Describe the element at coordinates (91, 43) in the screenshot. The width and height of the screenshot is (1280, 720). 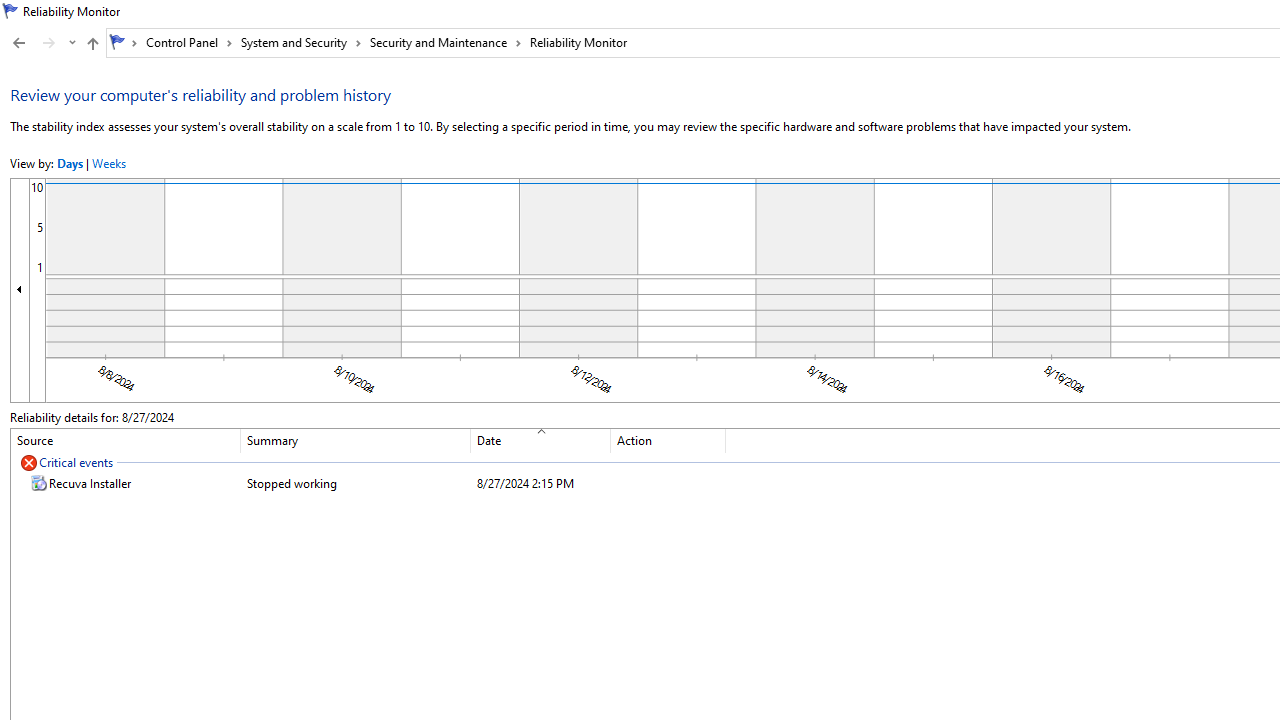
I see `'Up to "Security and Maintenance" (Alt + Up Arrow)'` at that location.